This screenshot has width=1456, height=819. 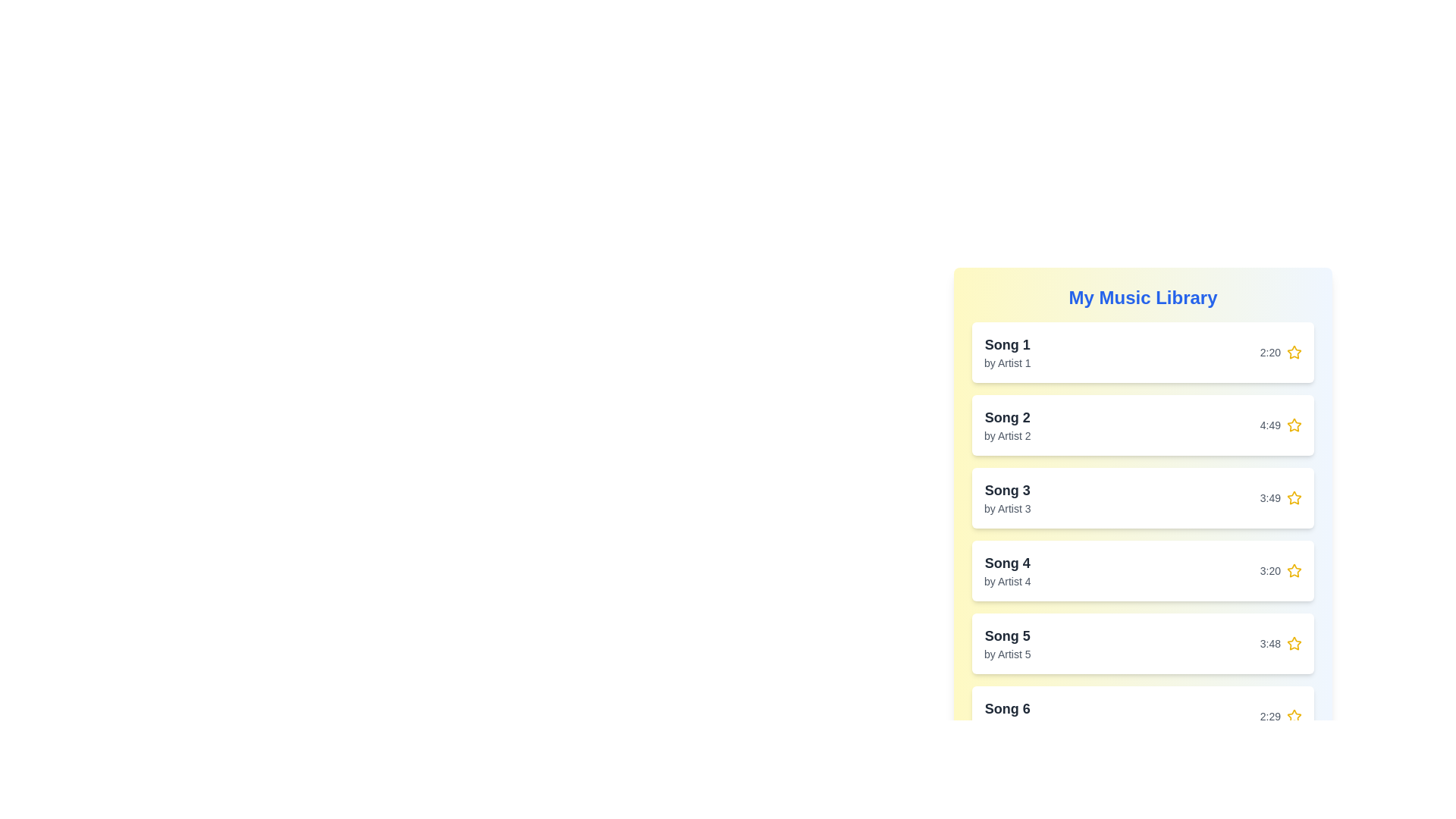 I want to click on the star-shaped outline icon with a yellow outline next to the text '2:29', so click(x=1292, y=716).